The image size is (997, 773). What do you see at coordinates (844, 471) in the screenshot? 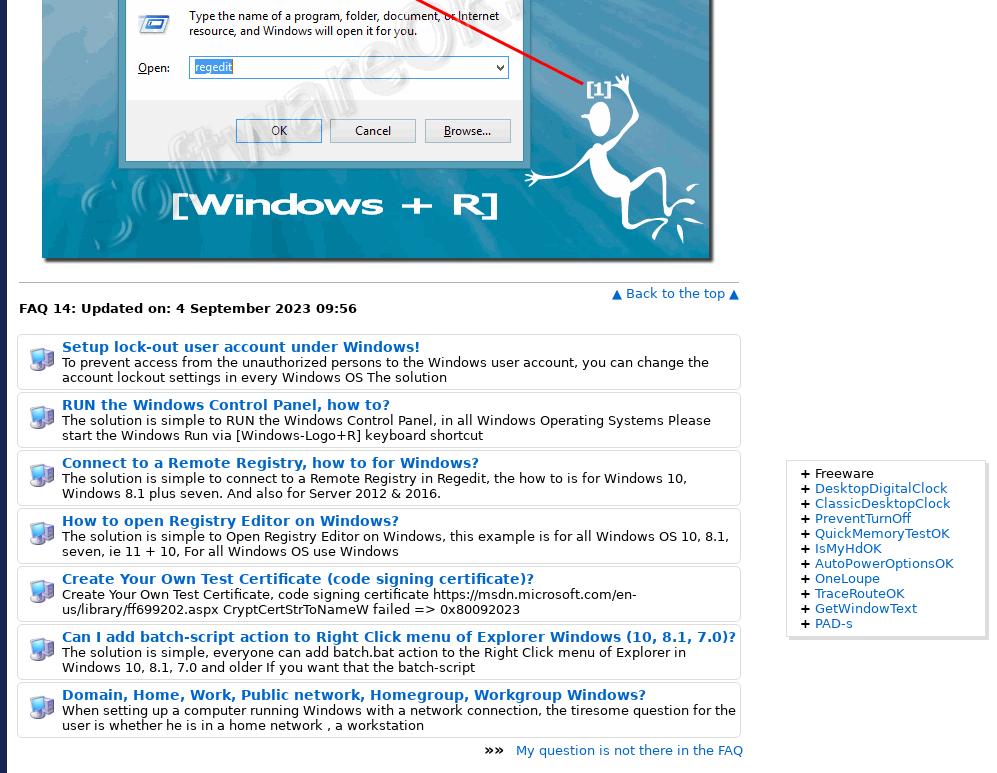
I see `'Freeware'` at bounding box center [844, 471].